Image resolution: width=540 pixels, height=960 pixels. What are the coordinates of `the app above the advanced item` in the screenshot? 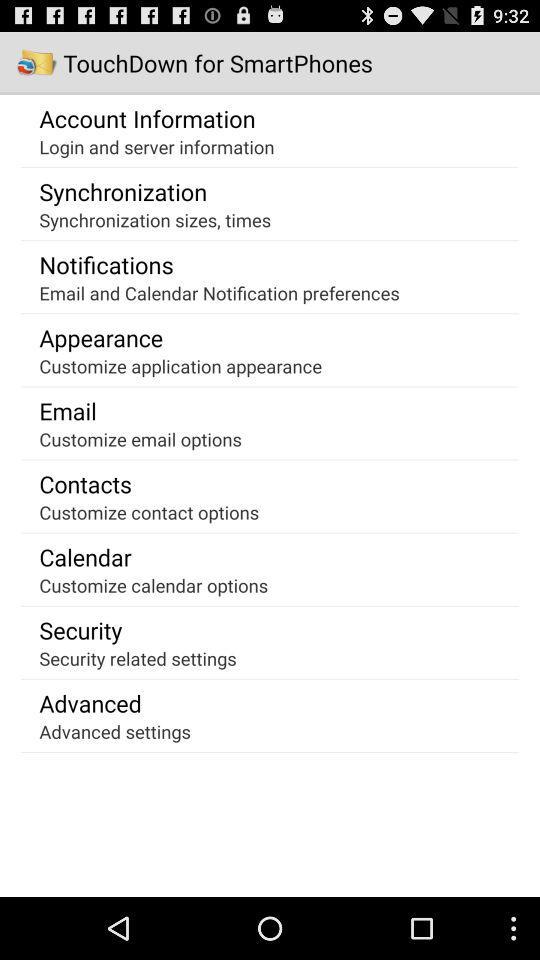 It's located at (137, 657).